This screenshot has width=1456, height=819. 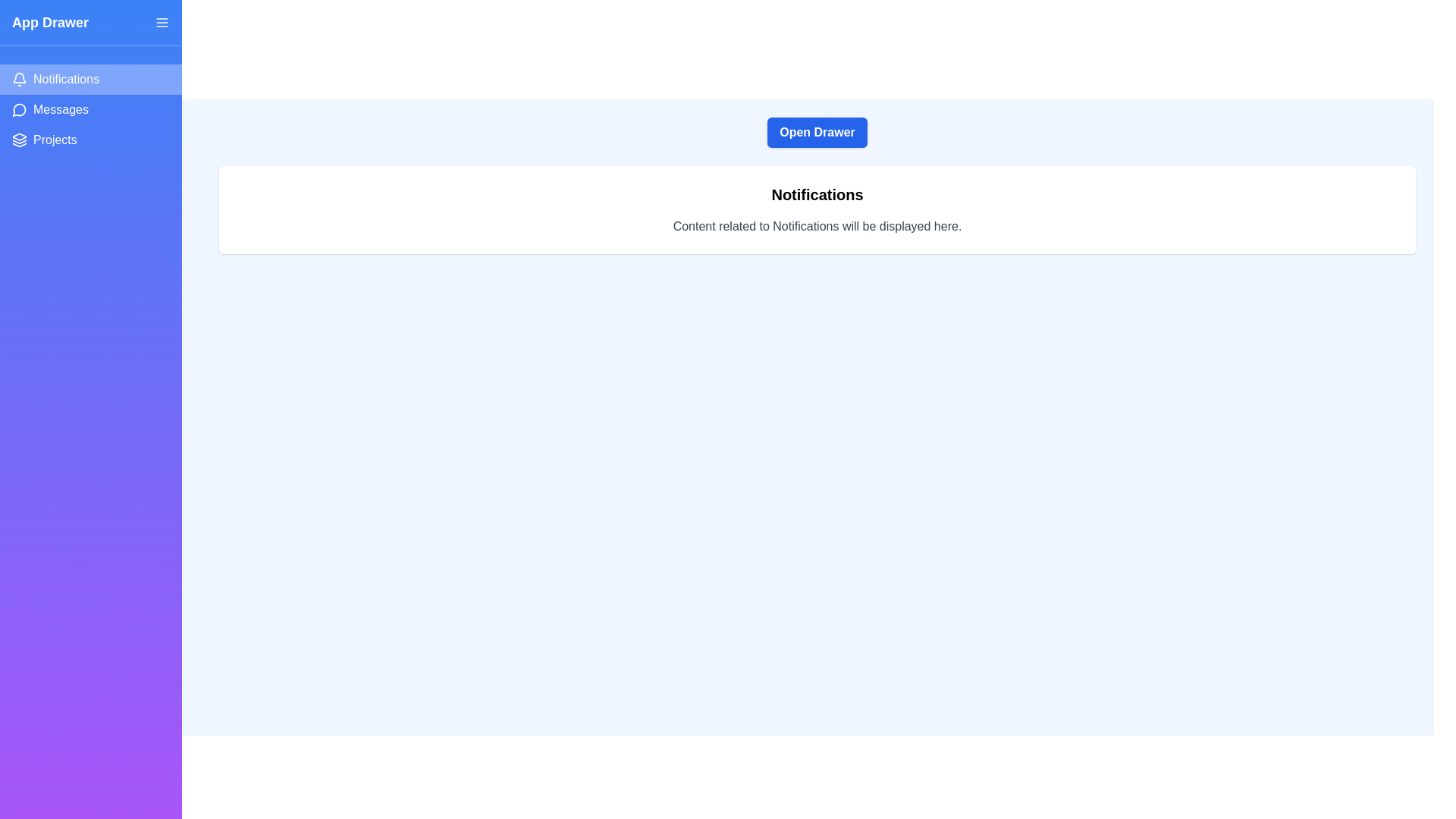 I want to click on the sidebar option Notifications, so click(x=90, y=79).